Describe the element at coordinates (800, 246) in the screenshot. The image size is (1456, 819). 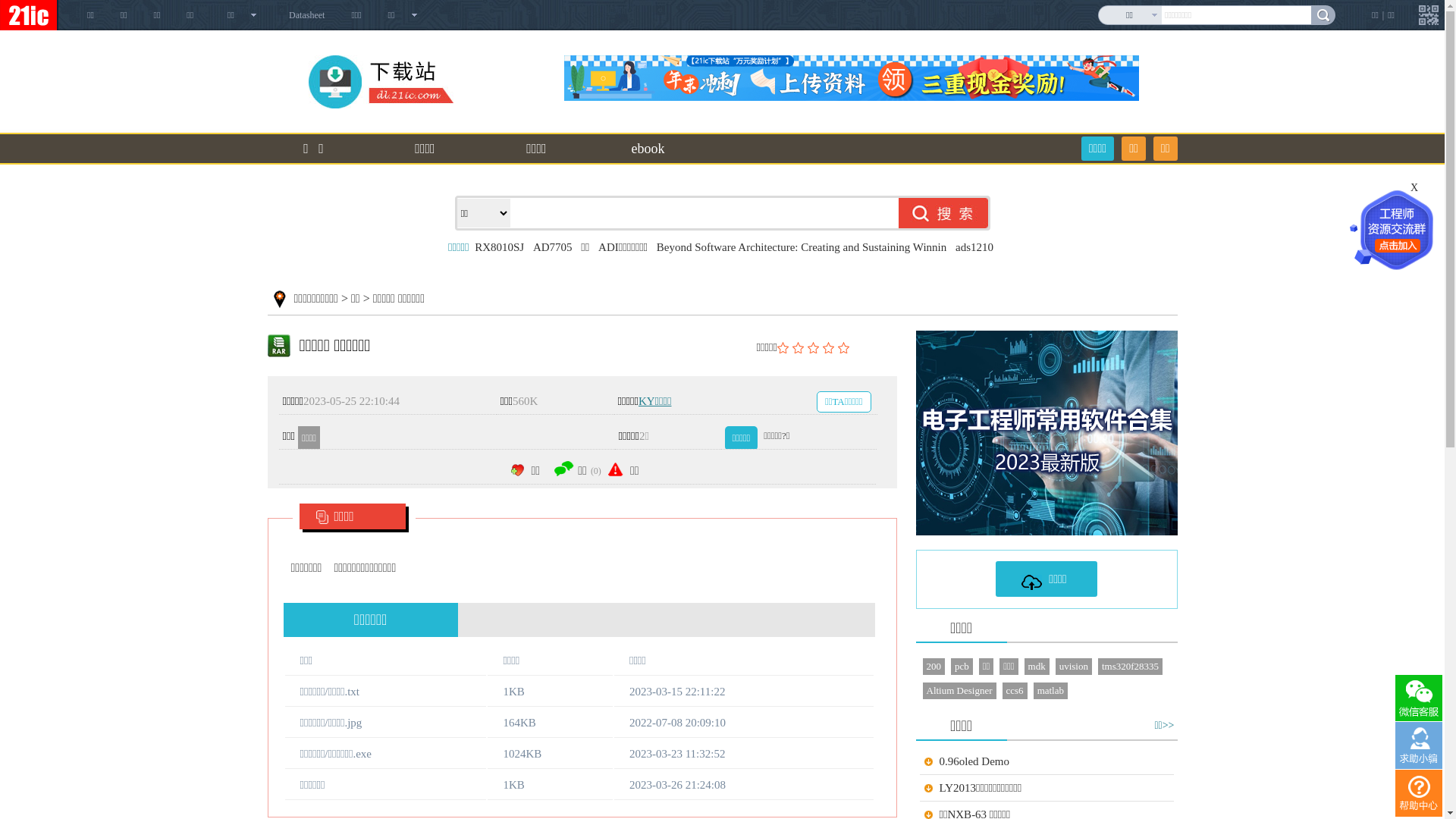
I see `'Beyond Software Architecture: Creating and Sustaining Winnin'` at that location.